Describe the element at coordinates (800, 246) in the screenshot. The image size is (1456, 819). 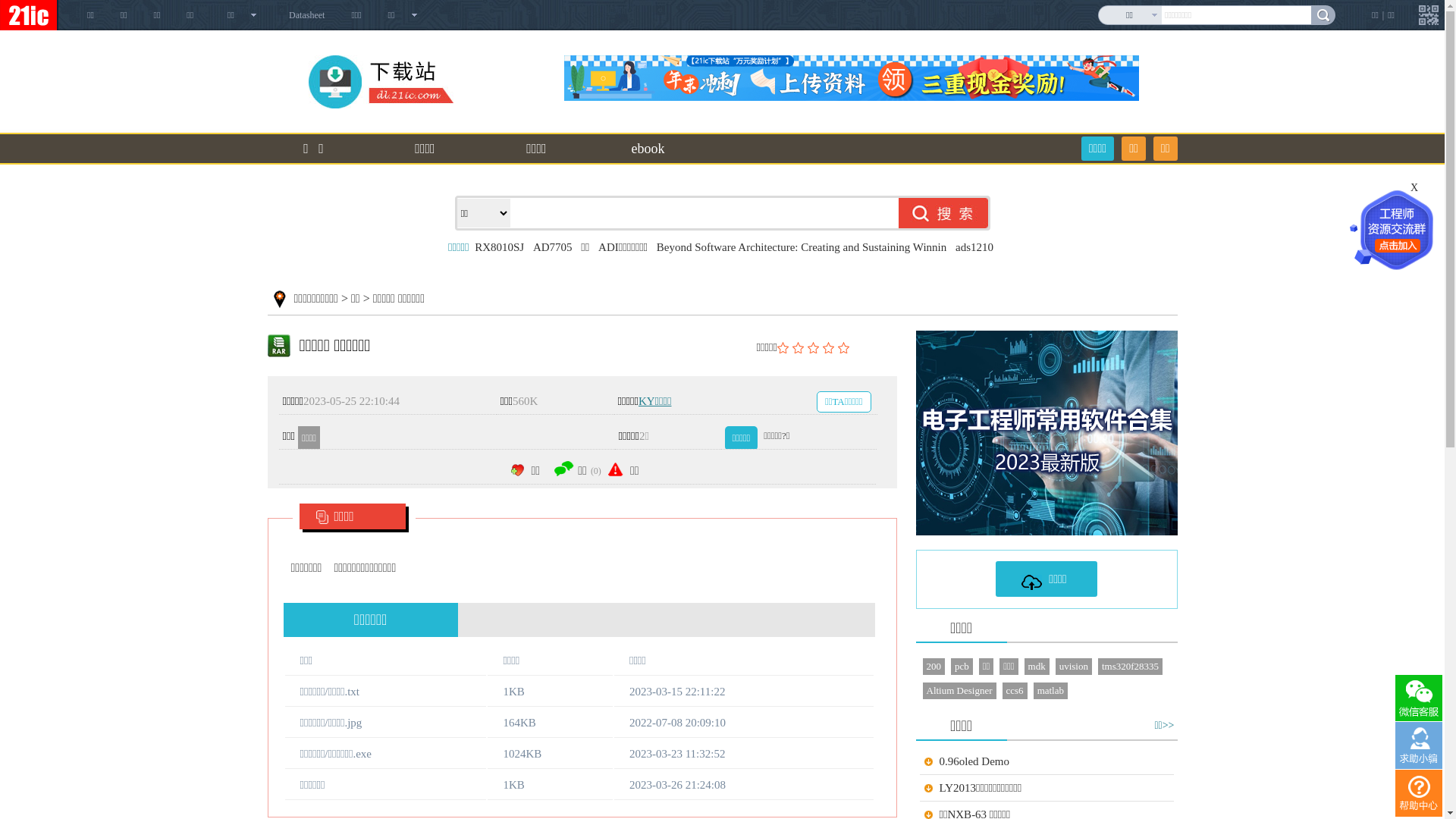
I see `'Beyond Software Architecture: Creating and Sustaining Winnin'` at that location.